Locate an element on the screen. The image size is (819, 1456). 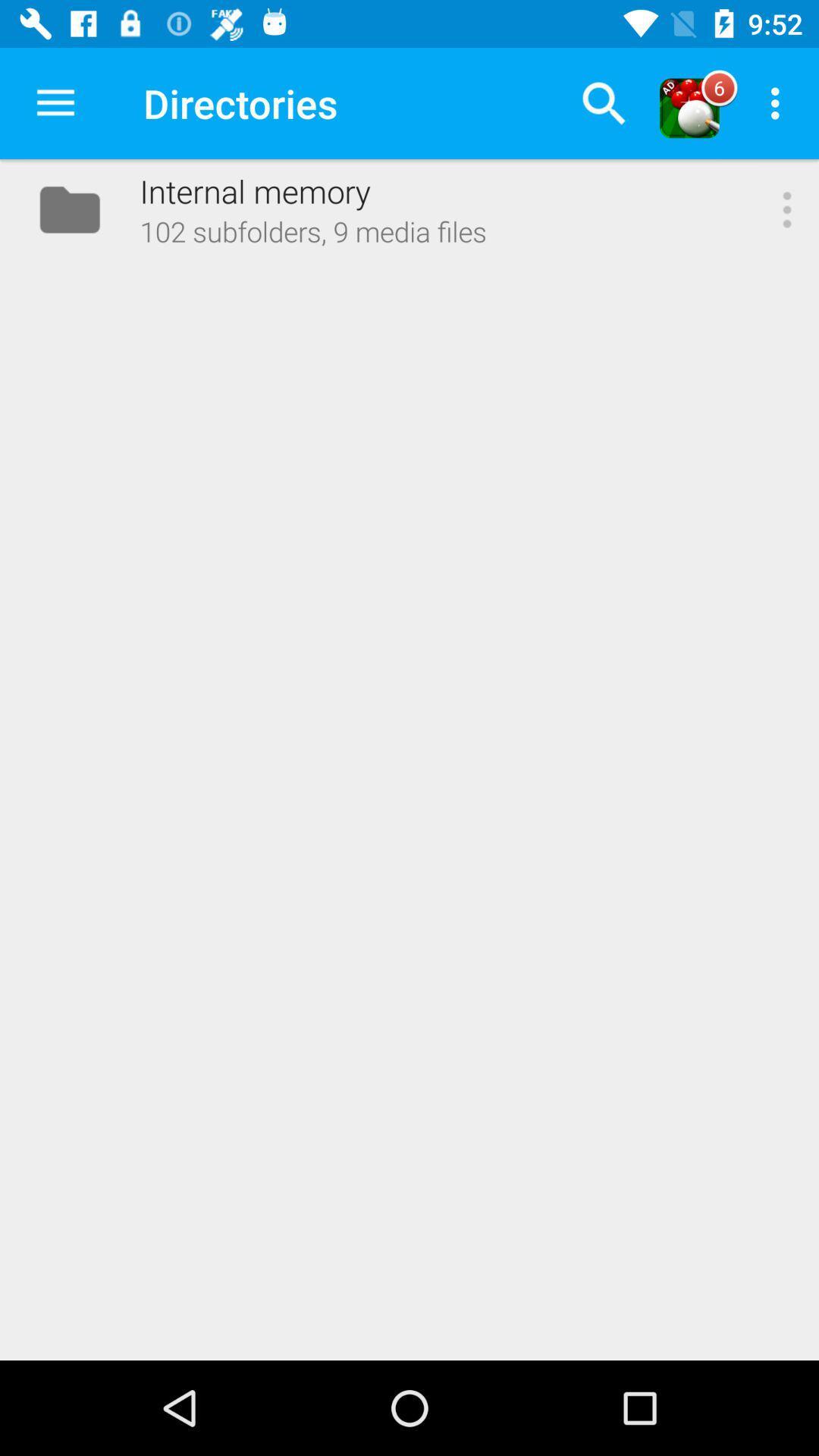
the app to the right of directories is located at coordinates (603, 102).